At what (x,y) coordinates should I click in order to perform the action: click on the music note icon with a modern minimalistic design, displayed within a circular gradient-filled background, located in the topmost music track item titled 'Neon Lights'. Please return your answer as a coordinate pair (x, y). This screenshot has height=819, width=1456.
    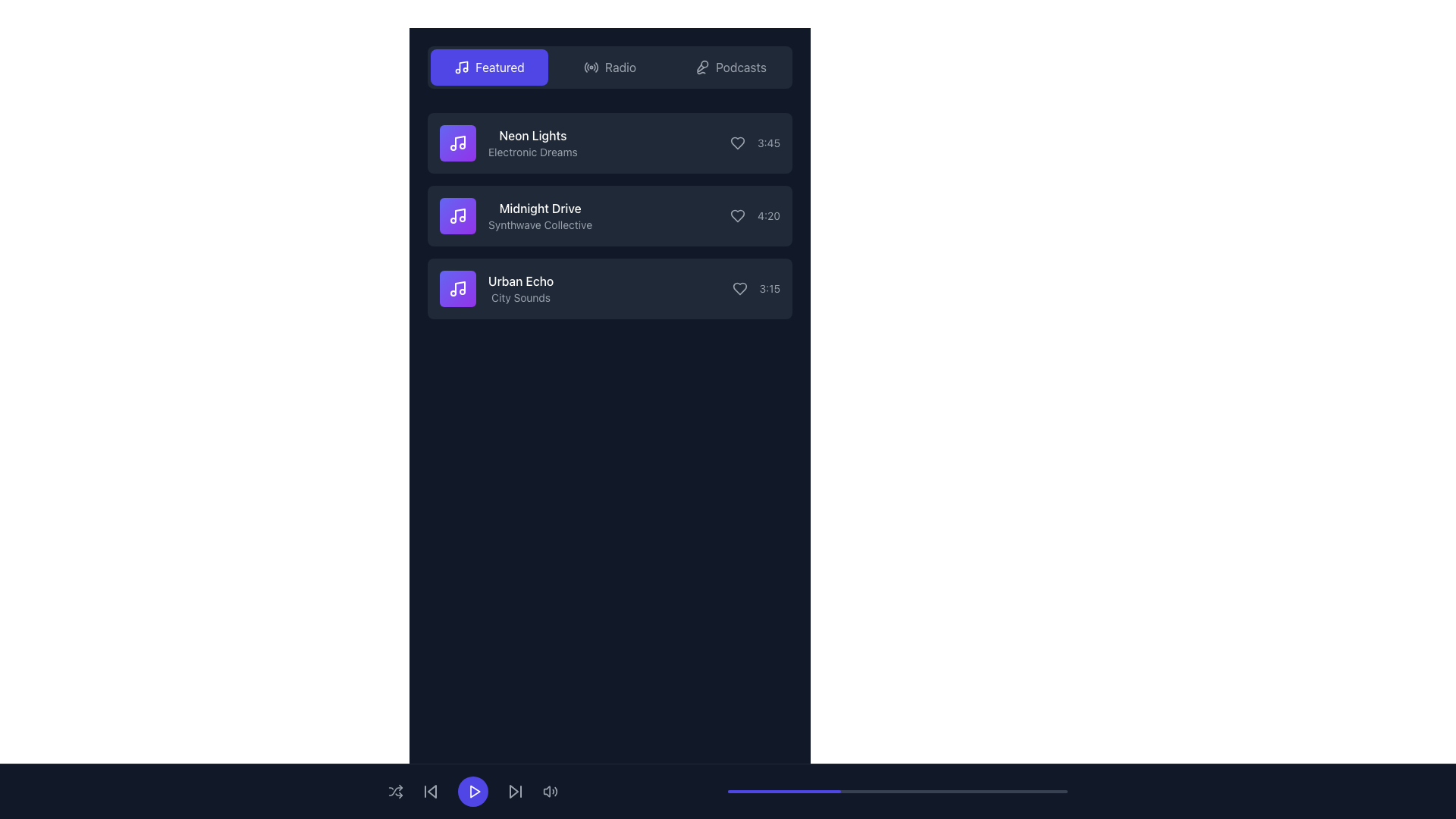
    Looking at the image, I should click on (457, 143).